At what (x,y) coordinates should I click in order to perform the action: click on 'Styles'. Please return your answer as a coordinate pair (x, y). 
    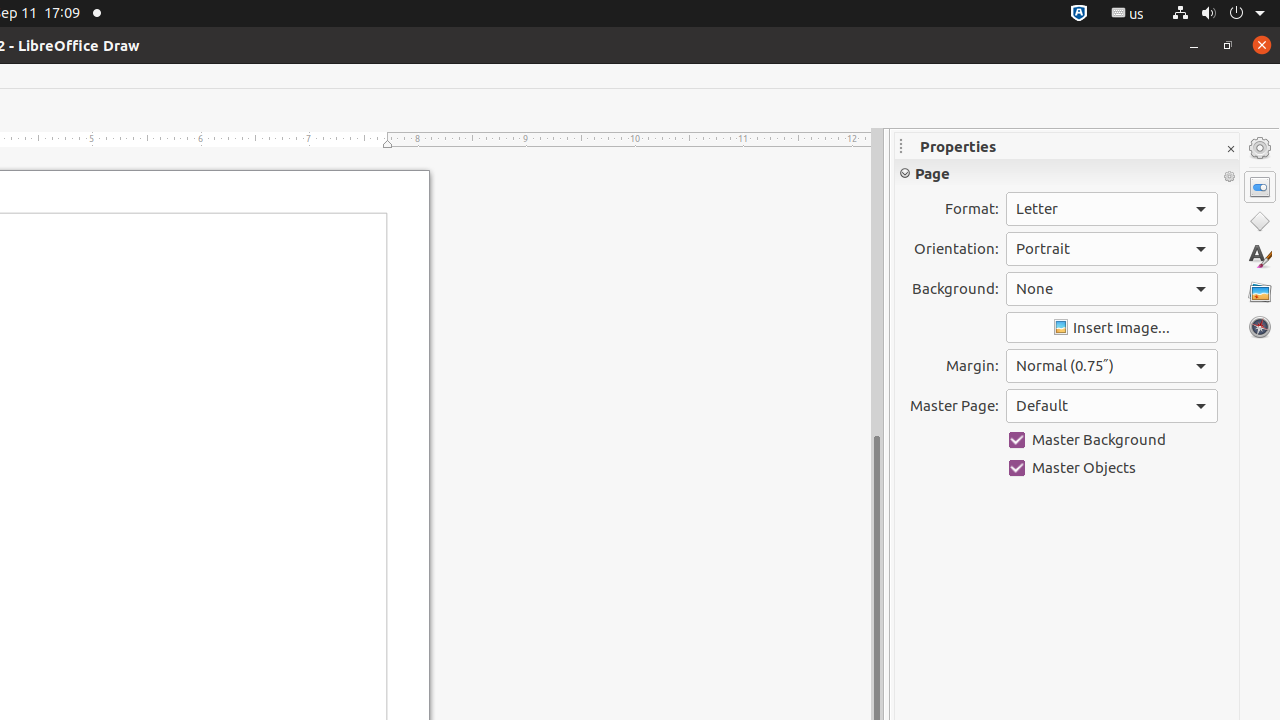
    Looking at the image, I should click on (1259, 255).